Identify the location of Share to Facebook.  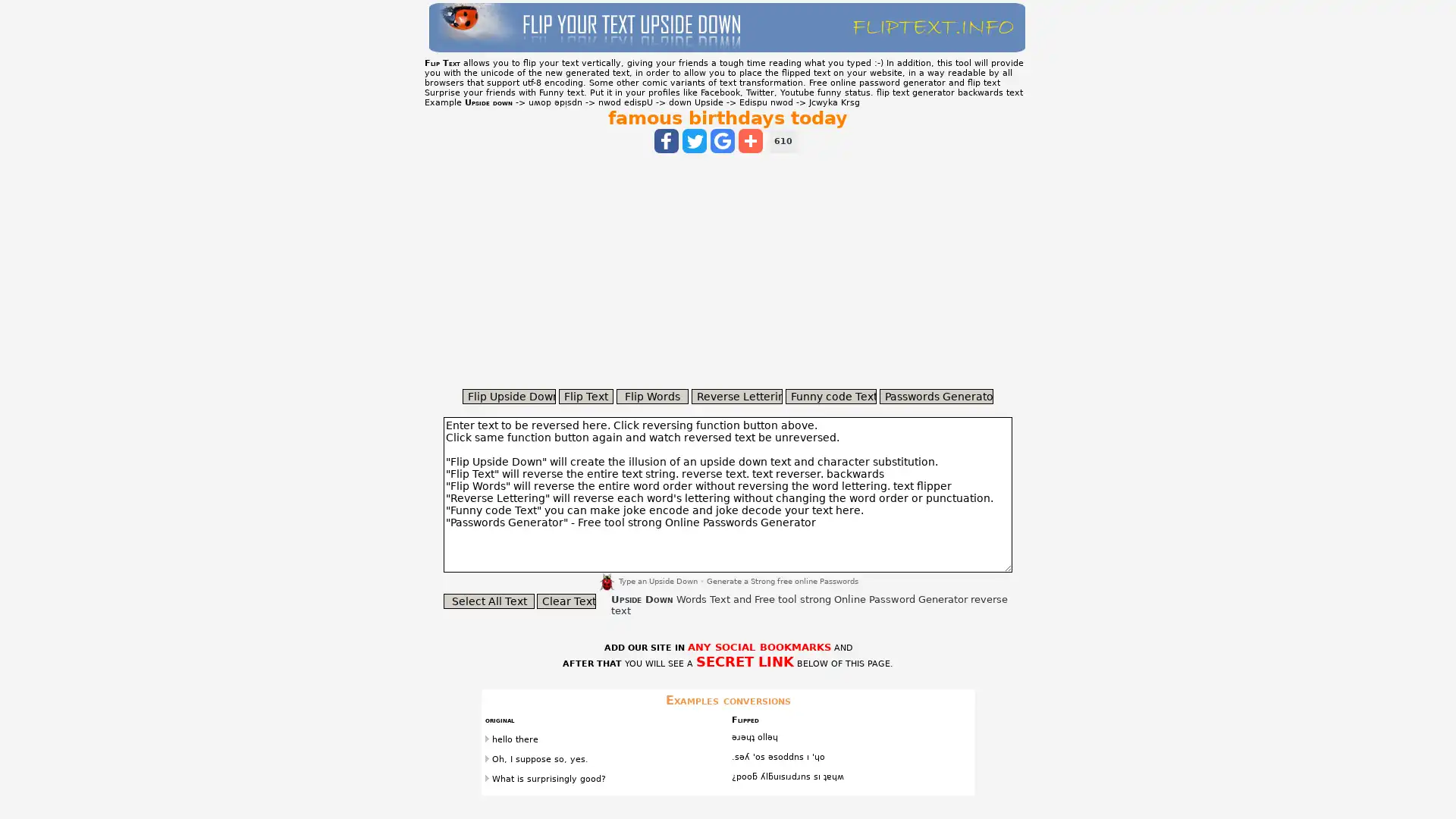
(666, 140).